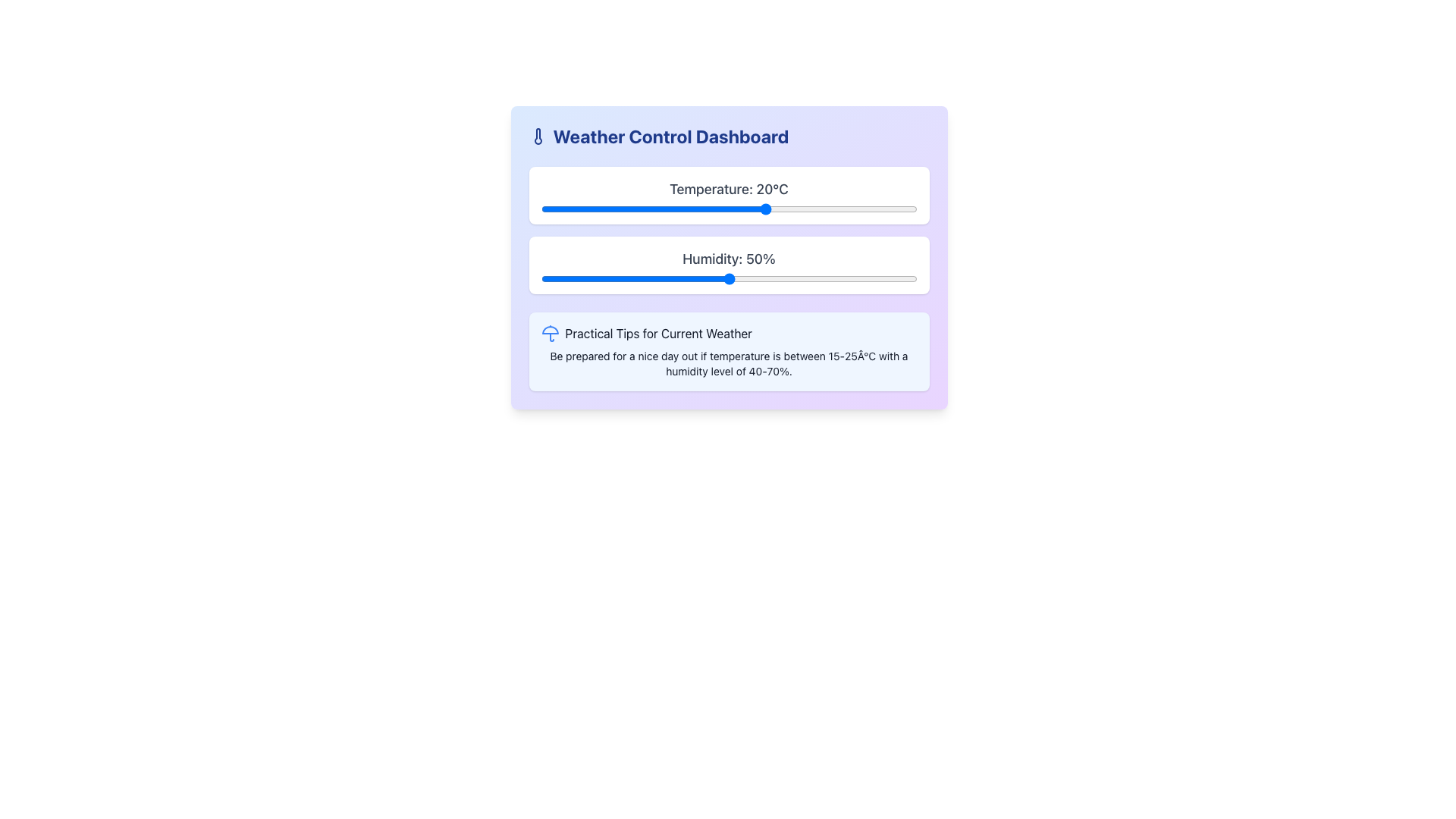 The image size is (1456, 819). I want to click on the humidity level, so click(631, 278).